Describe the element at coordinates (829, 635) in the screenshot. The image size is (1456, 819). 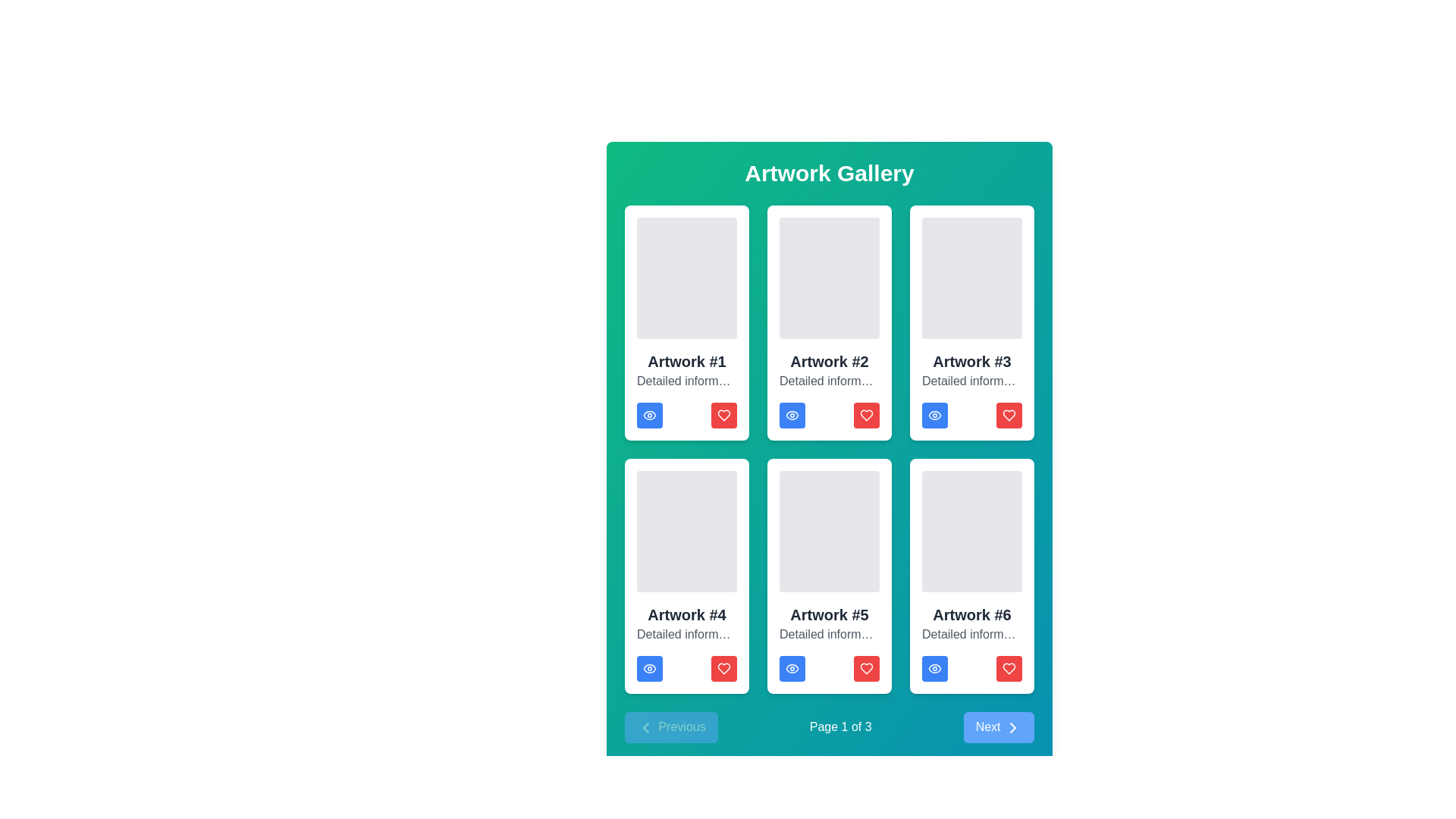
I see `descriptive text label located directly beneath the title 'Artwork #5' in the card representing Artwork #5, positioned in the bottom-middle of the second row of a 3x2 grid layout` at that location.